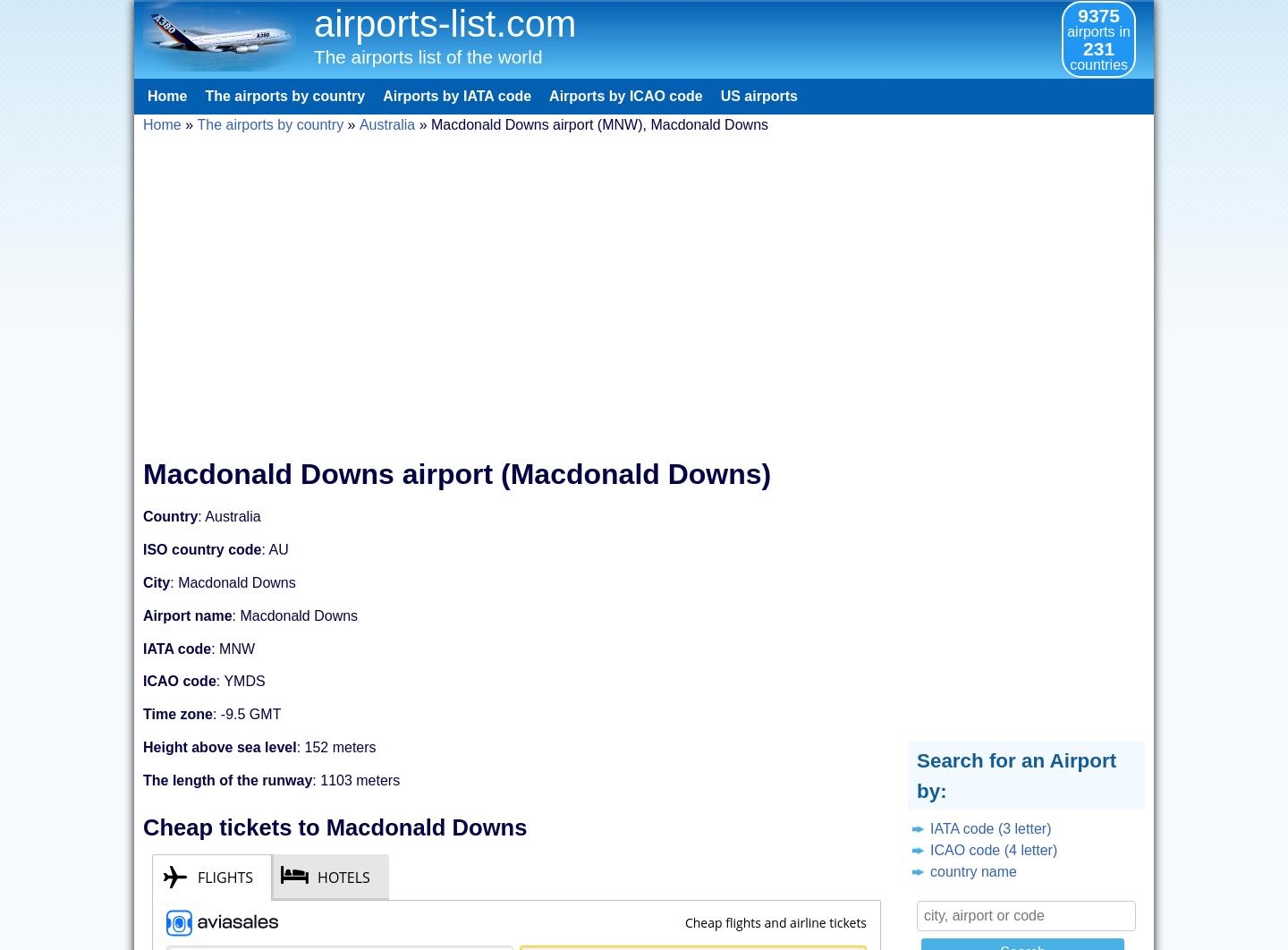 The width and height of the screenshot is (1288, 950). What do you see at coordinates (386, 124) in the screenshot?
I see `'Australia'` at bounding box center [386, 124].